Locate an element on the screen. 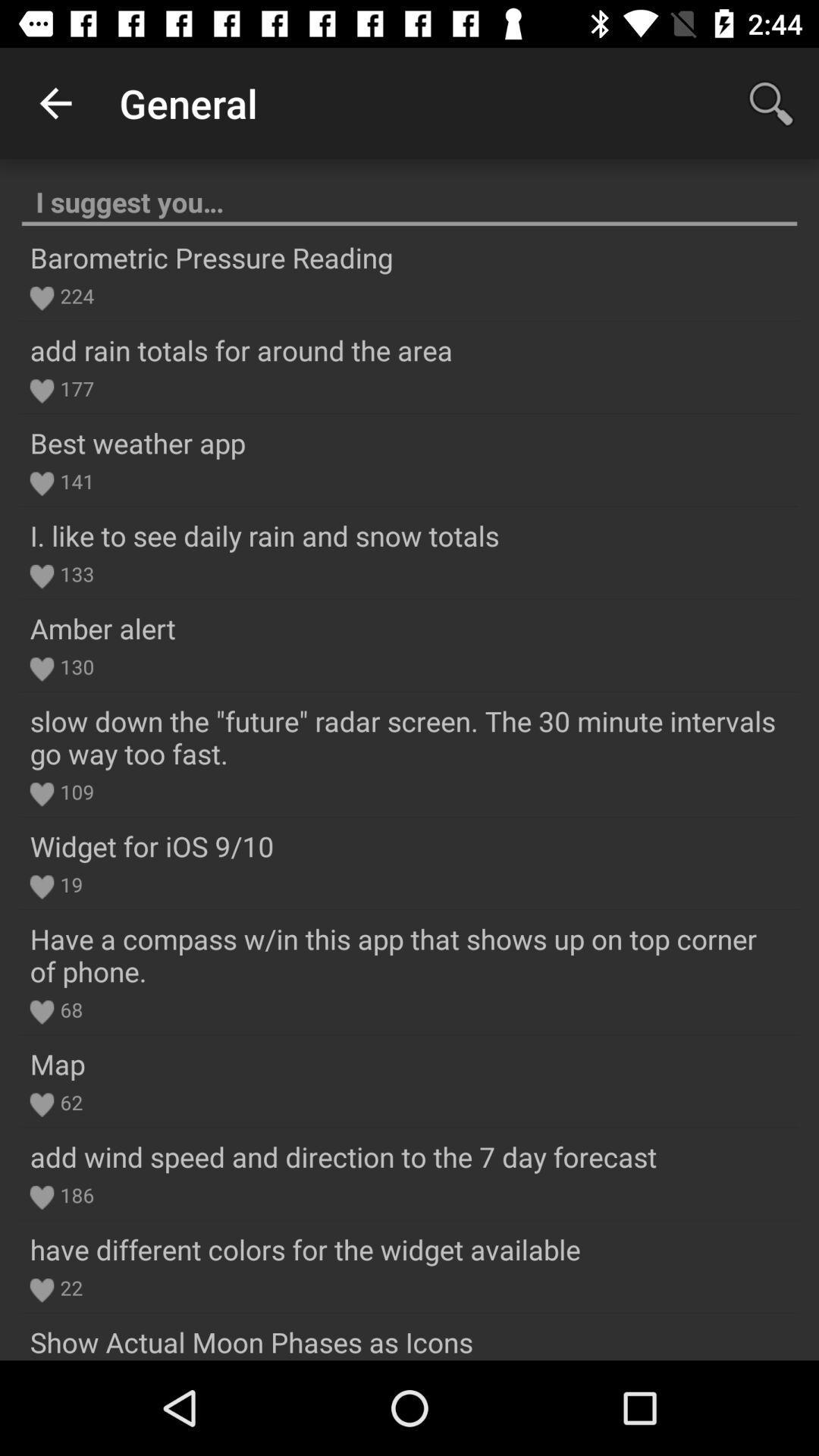  item below add wind speed item is located at coordinates (74, 1194).